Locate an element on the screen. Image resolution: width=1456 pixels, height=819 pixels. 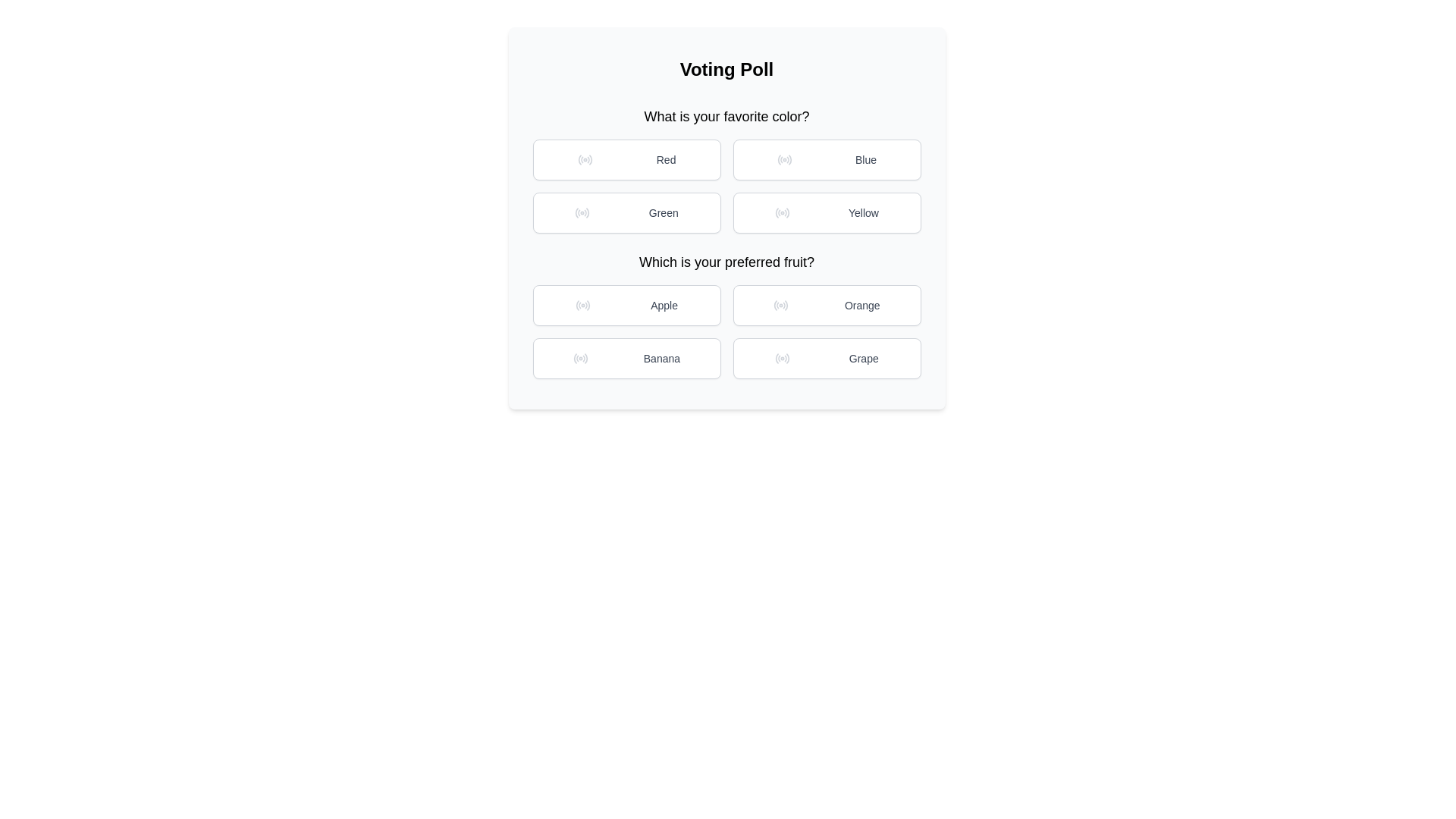
text label that serves as a heading for the selection options, positioned in the upper-middle section of the interface is located at coordinates (726, 262).